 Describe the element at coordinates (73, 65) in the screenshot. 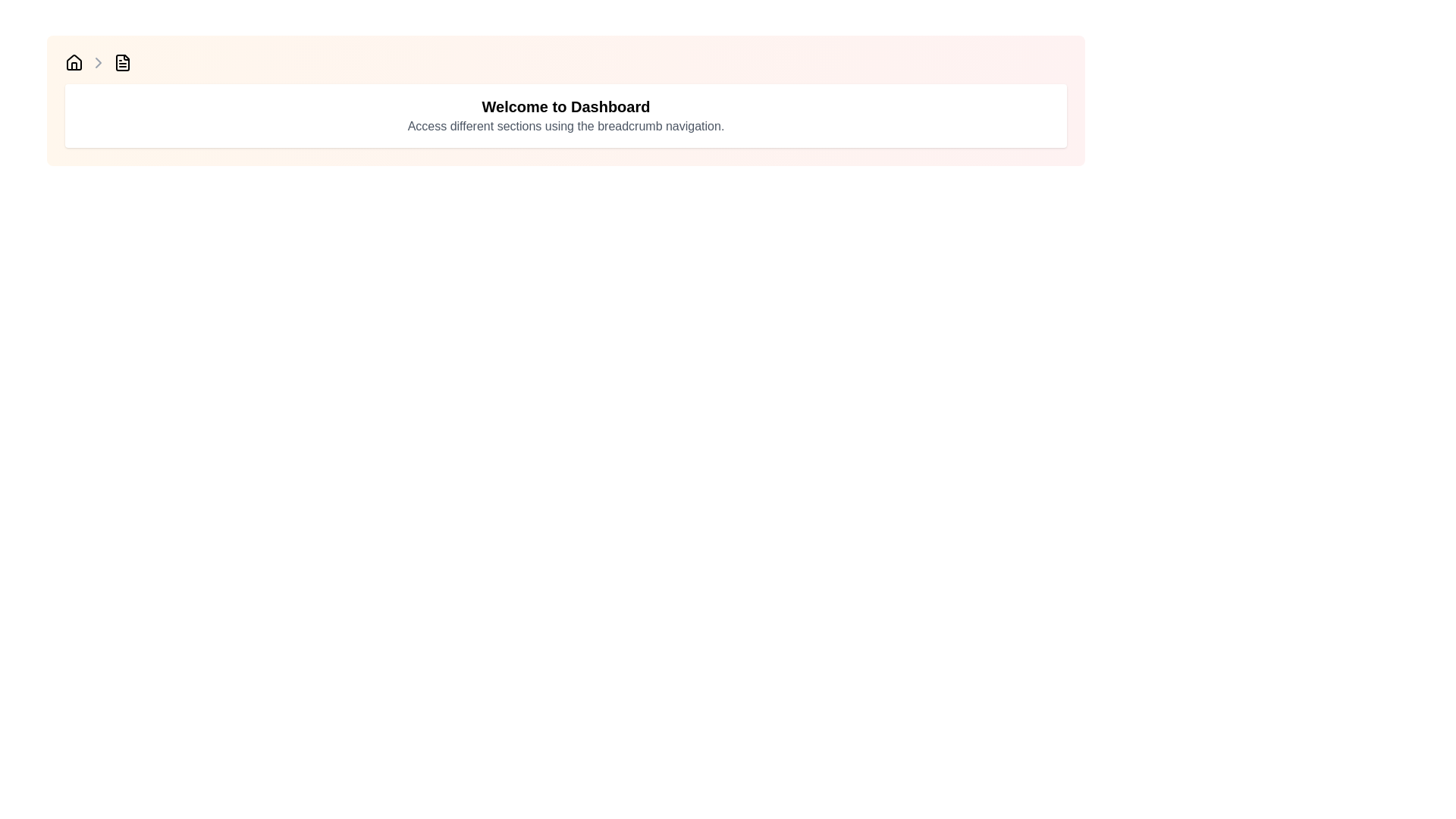

I see `the door element of the house icon located in the lower central portion of the SVG graphic in the left section of the header bar` at that location.